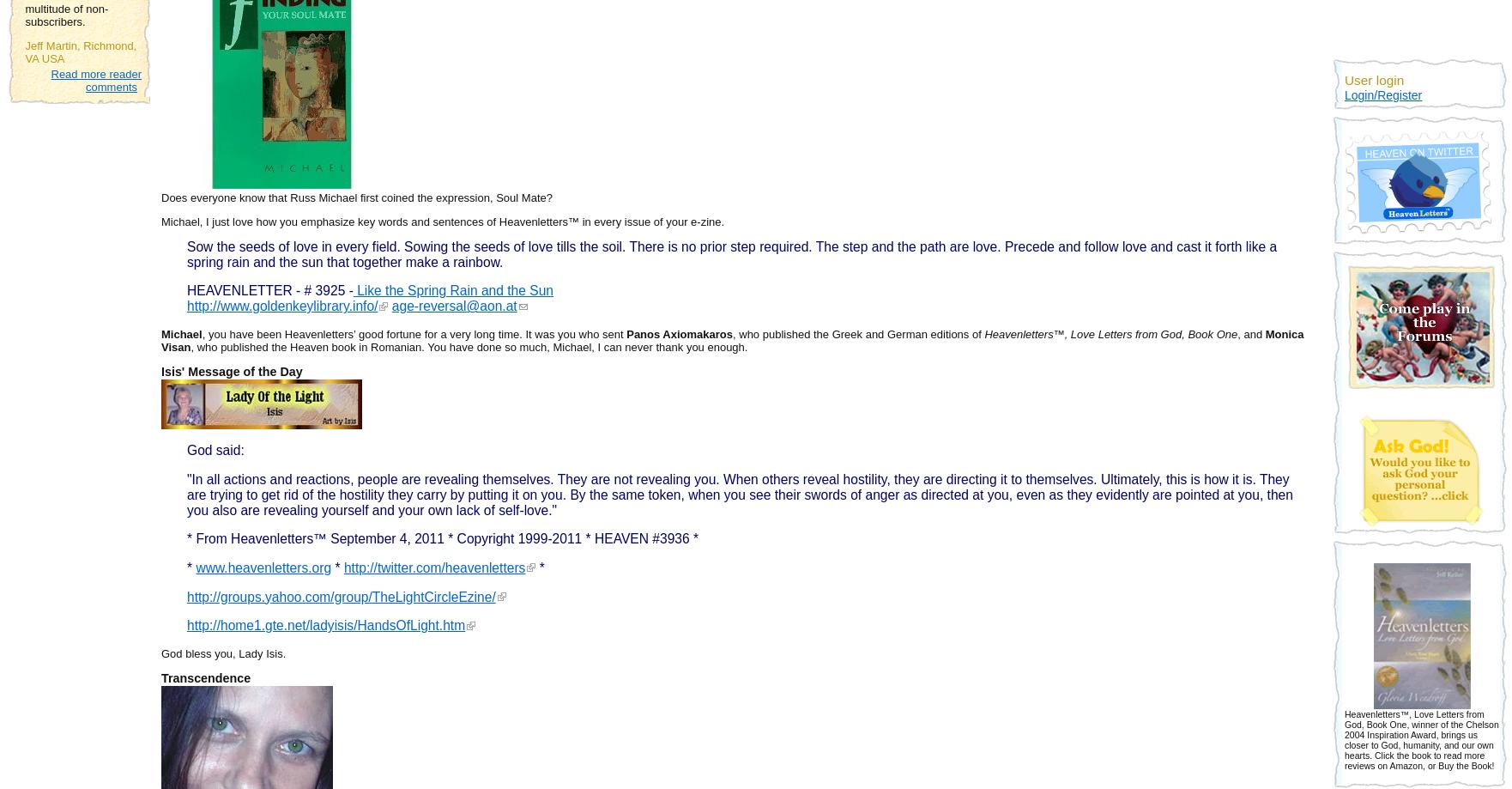 The height and width of the screenshot is (789, 1512). What do you see at coordinates (1250, 333) in the screenshot?
I see `', and'` at bounding box center [1250, 333].